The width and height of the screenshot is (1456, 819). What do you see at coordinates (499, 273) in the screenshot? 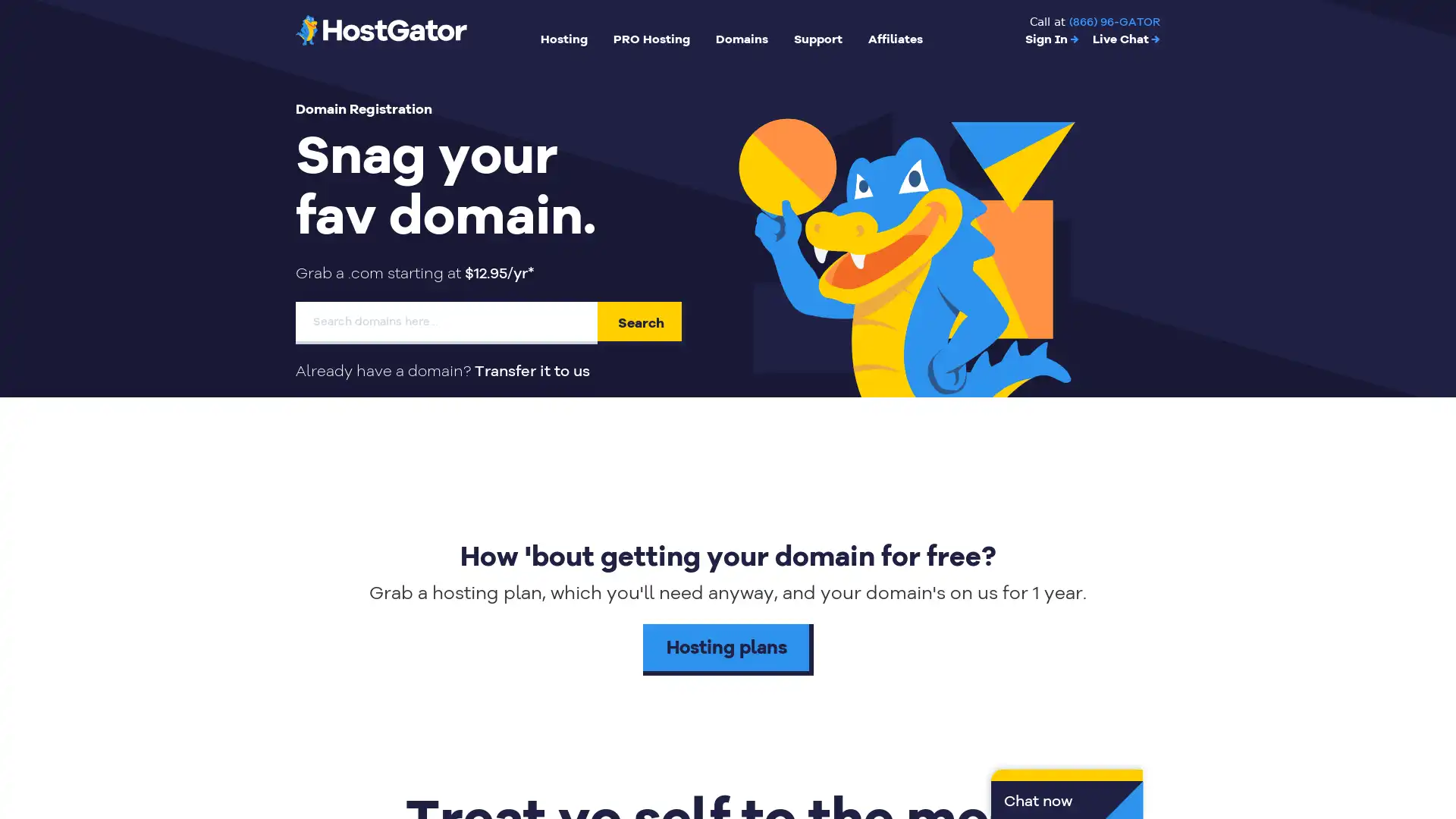
I see `$12.95/yr*` at bounding box center [499, 273].